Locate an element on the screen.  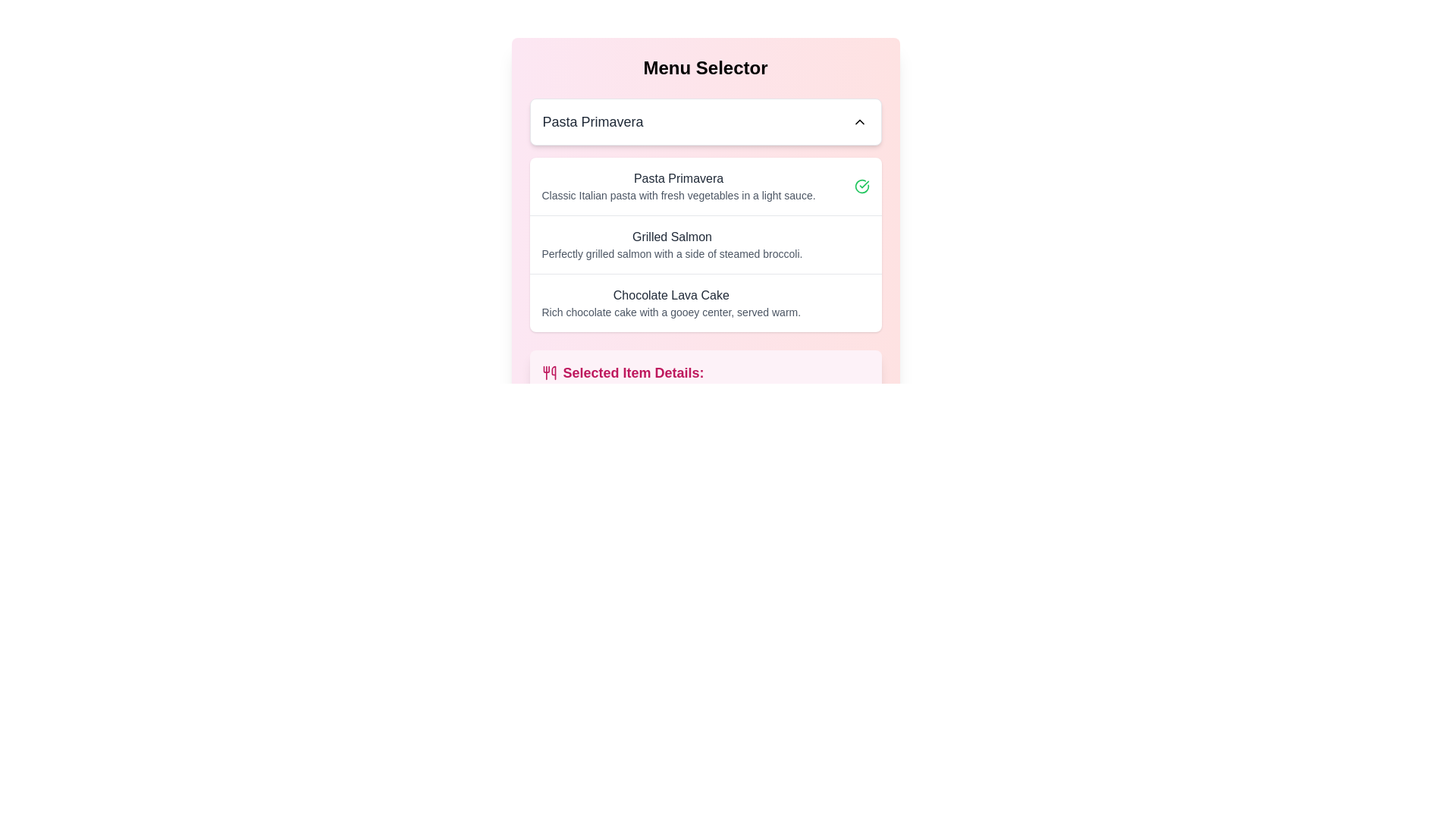
the downward arrow SVG icon located next to the 'Pasta Primavera' label is located at coordinates (859, 121).